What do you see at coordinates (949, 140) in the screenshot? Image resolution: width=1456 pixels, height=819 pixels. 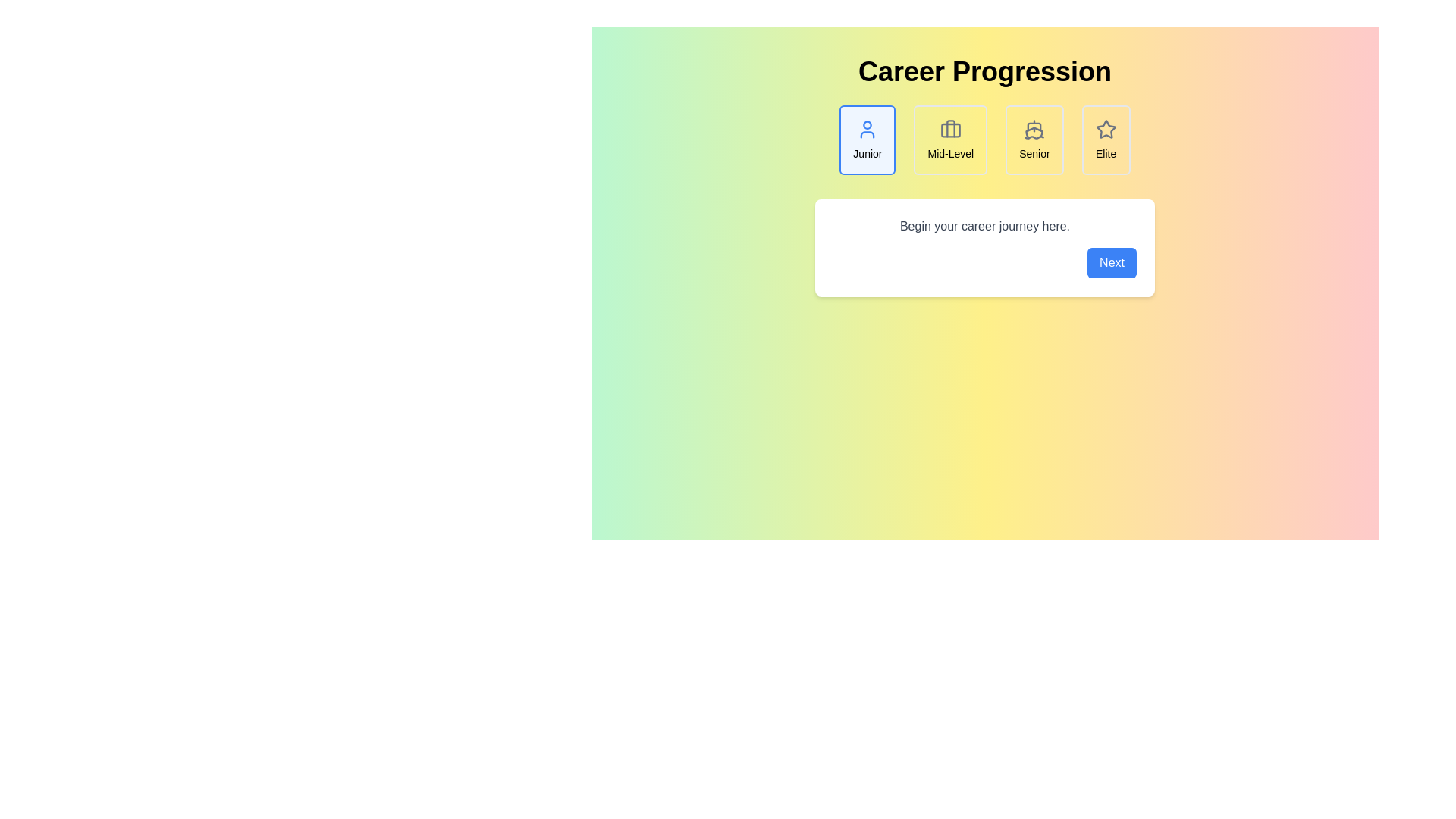 I see `the career step icon corresponding to Mid-Level to trigger interaction feedback` at bounding box center [949, 140].